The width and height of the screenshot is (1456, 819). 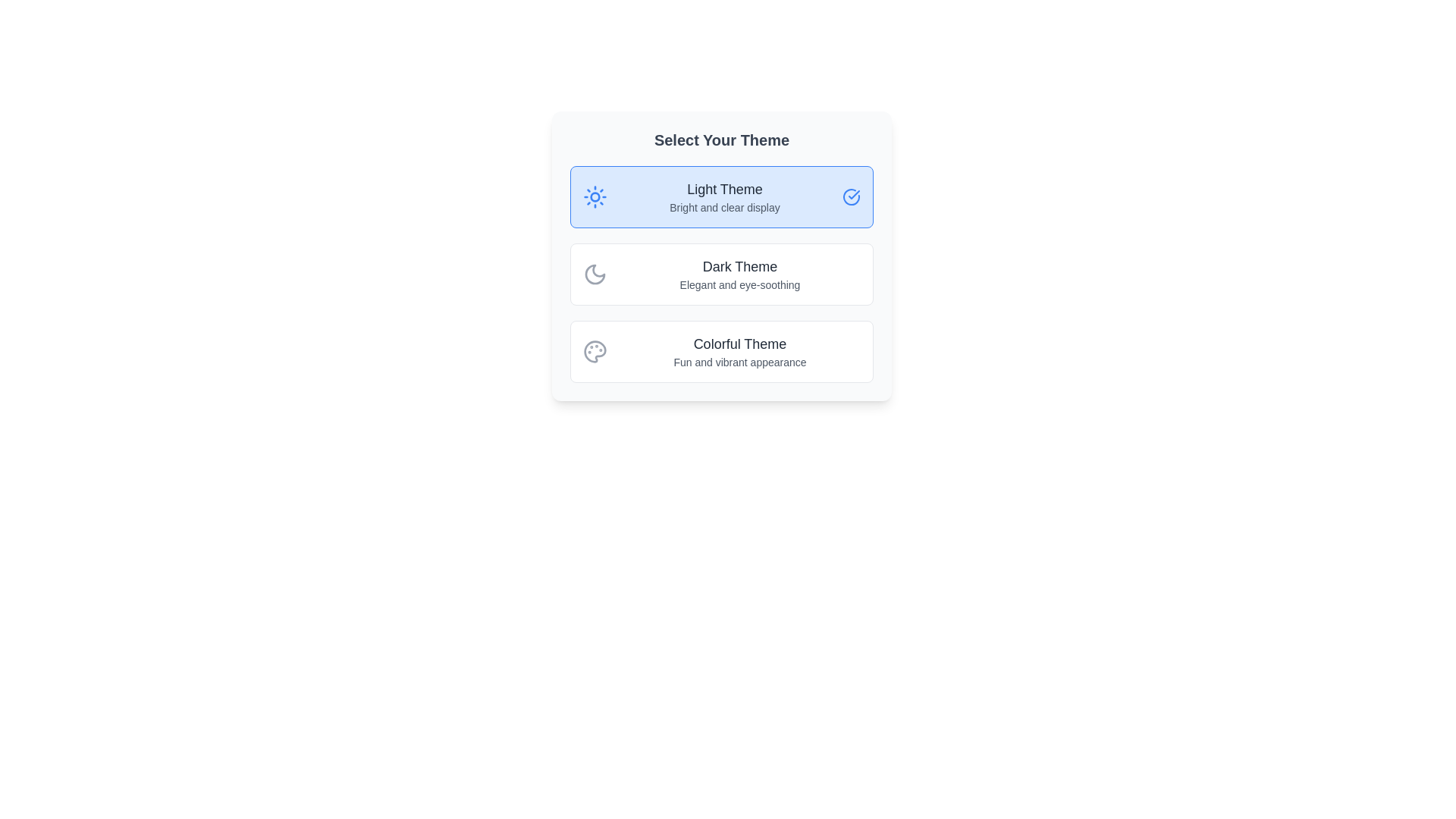 I want to click on the descriptive text component that provides information about the 'Colorful Theme' option, located below the 'Dark Theme' card in the theme selection interface, so click(x=739, y=351).